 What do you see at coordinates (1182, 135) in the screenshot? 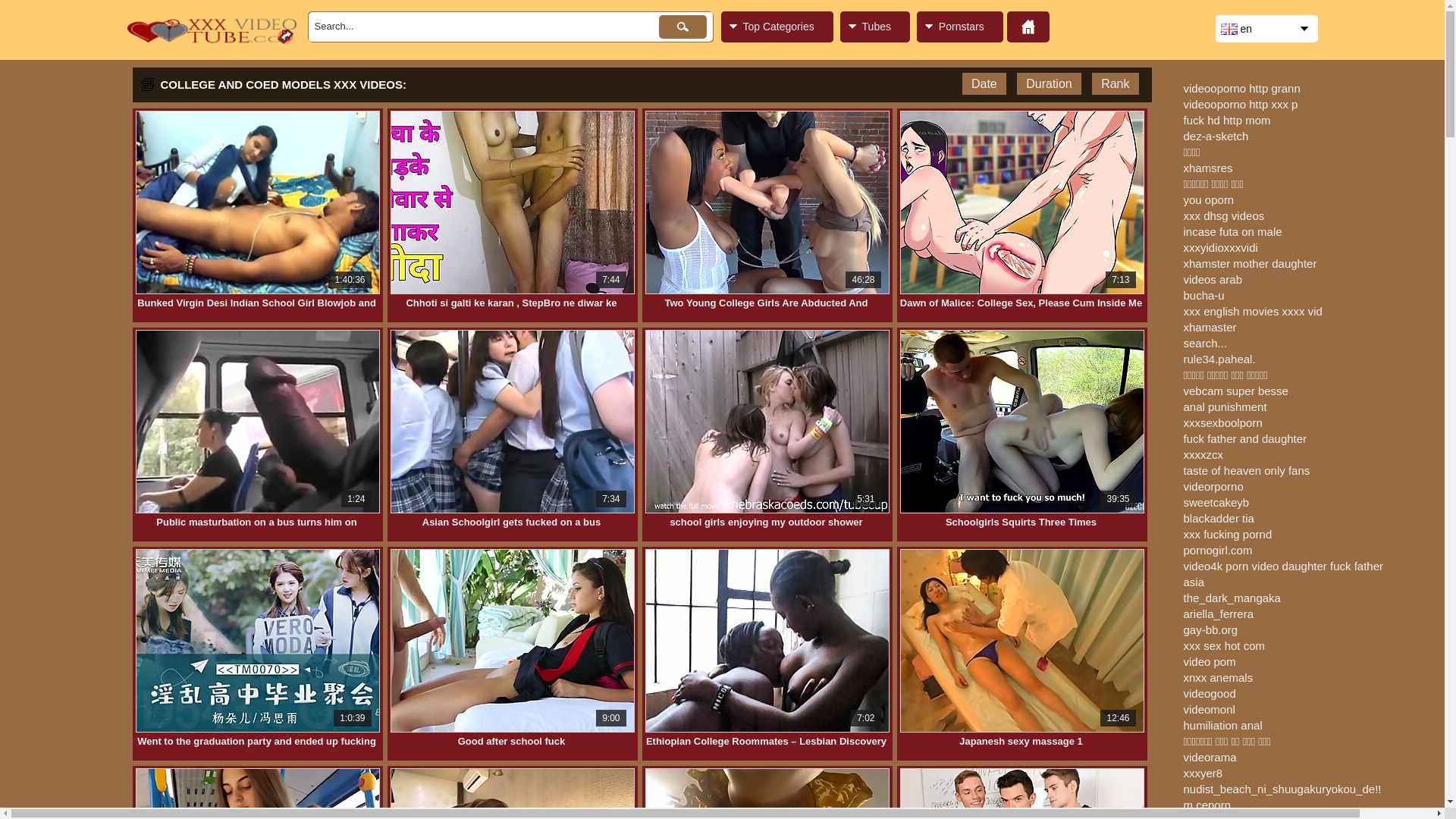
I see `'dez-a-sketch'` at bounding box center [1182, 135].